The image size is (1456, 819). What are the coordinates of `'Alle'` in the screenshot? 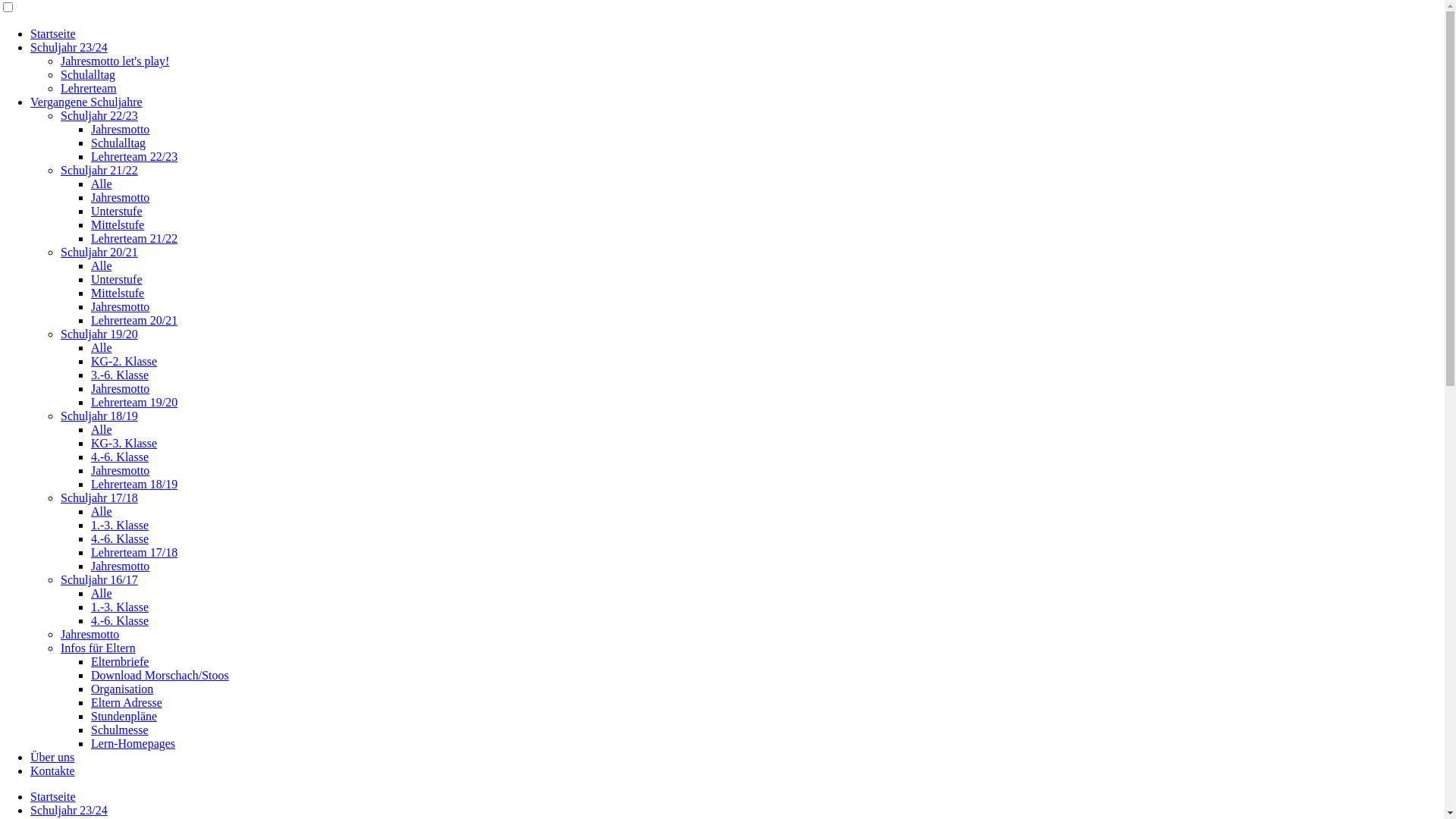 It's located at (101, 347).